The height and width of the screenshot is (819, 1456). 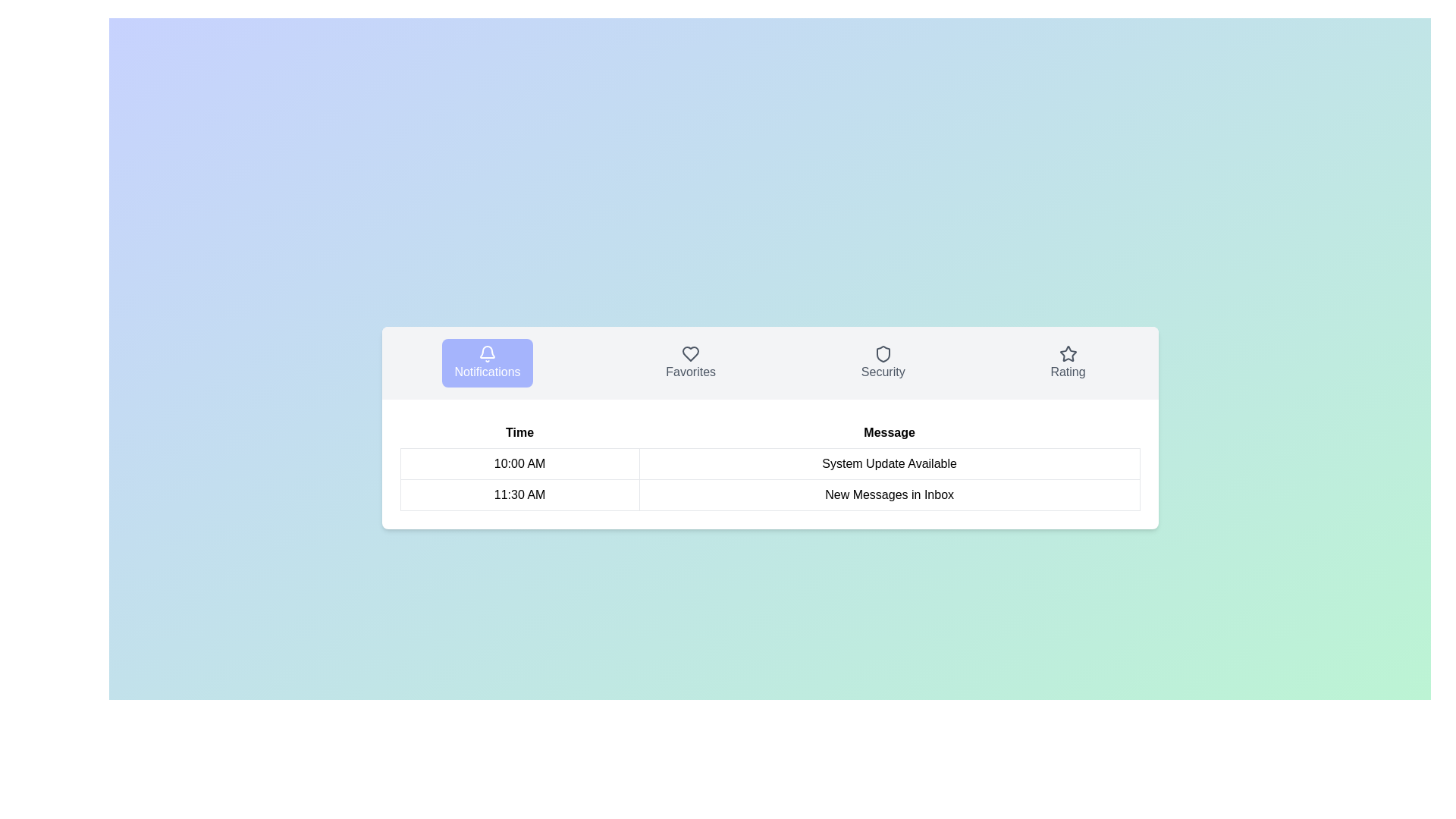 I want to click on the fourth button in the series of interactive elements that includes 'Notifications,' 'Favorites,' and 'Security', so click(x=1067, y=362).